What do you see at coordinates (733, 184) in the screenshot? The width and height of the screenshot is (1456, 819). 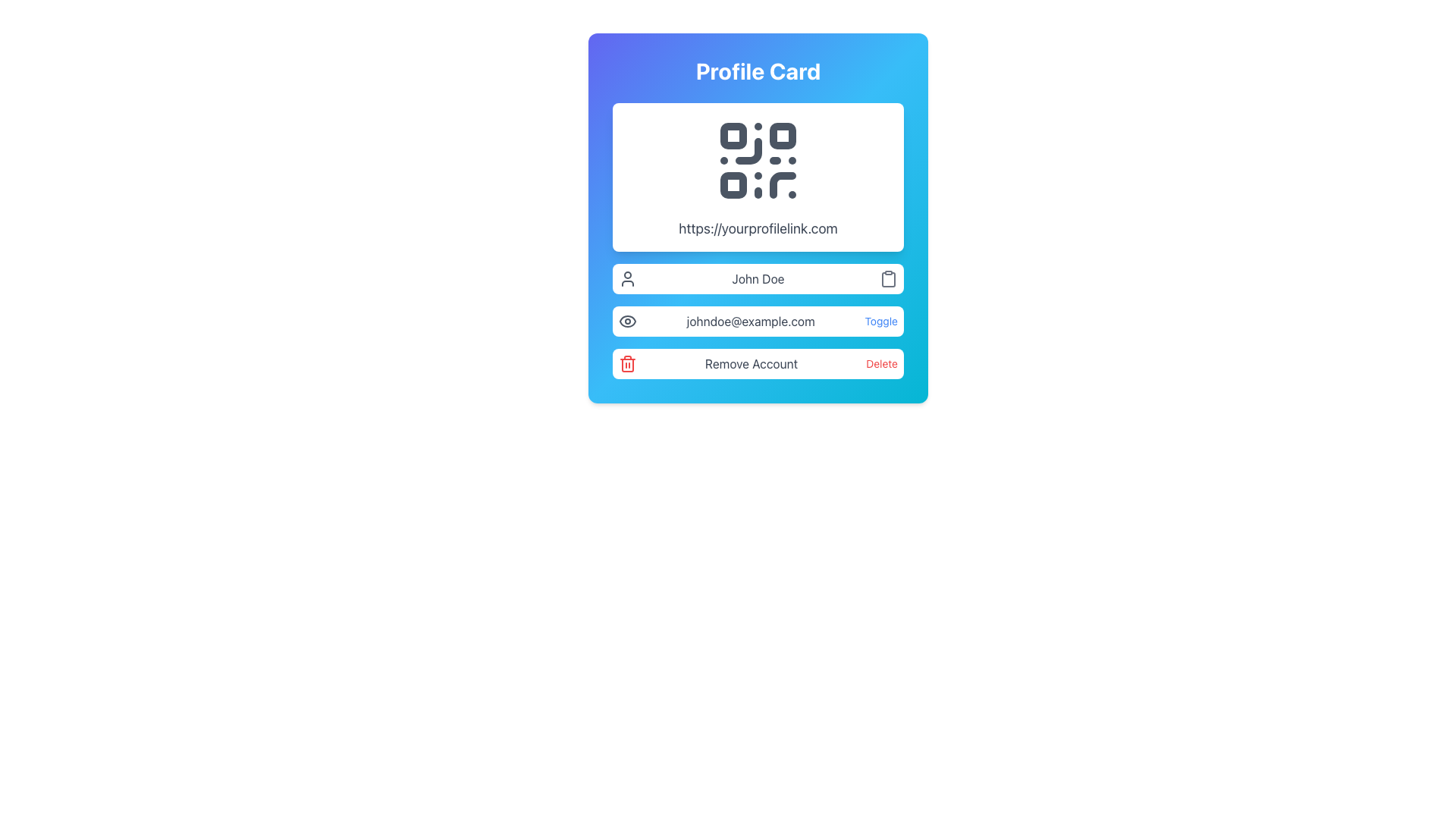 I see `the dark gray rounded rectangle, which is the third square from the top left in the QR code representation on the profile card` at bounding box center [733, 184].